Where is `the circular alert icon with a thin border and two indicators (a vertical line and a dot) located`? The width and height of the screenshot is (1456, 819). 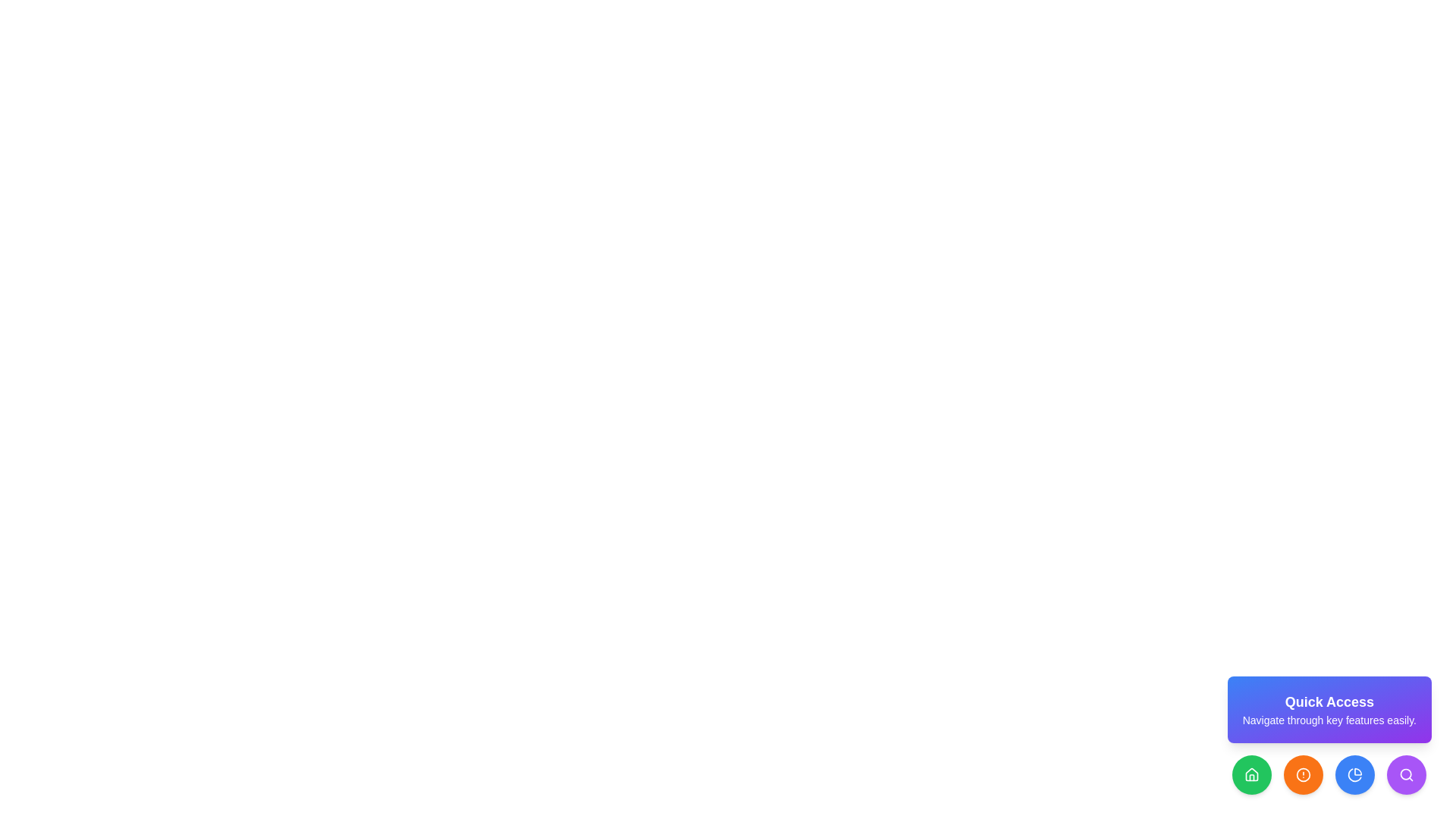 the circular alert icon with a thin border and two indicators (a vertical line and a dot) located is located at coordinates (1303, 775).